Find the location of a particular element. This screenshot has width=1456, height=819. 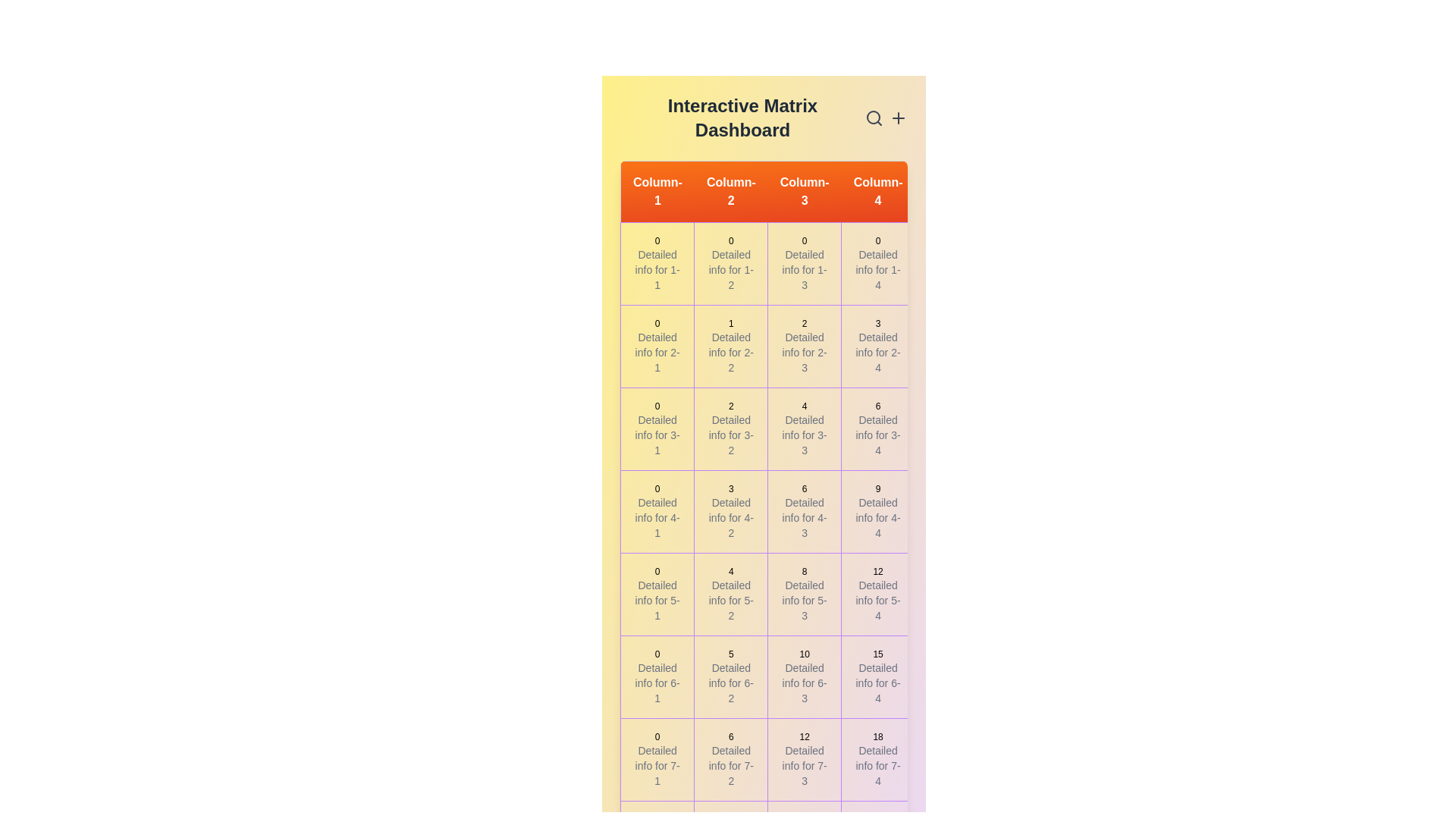

the search button in the header is located at coordinates (874, 117).